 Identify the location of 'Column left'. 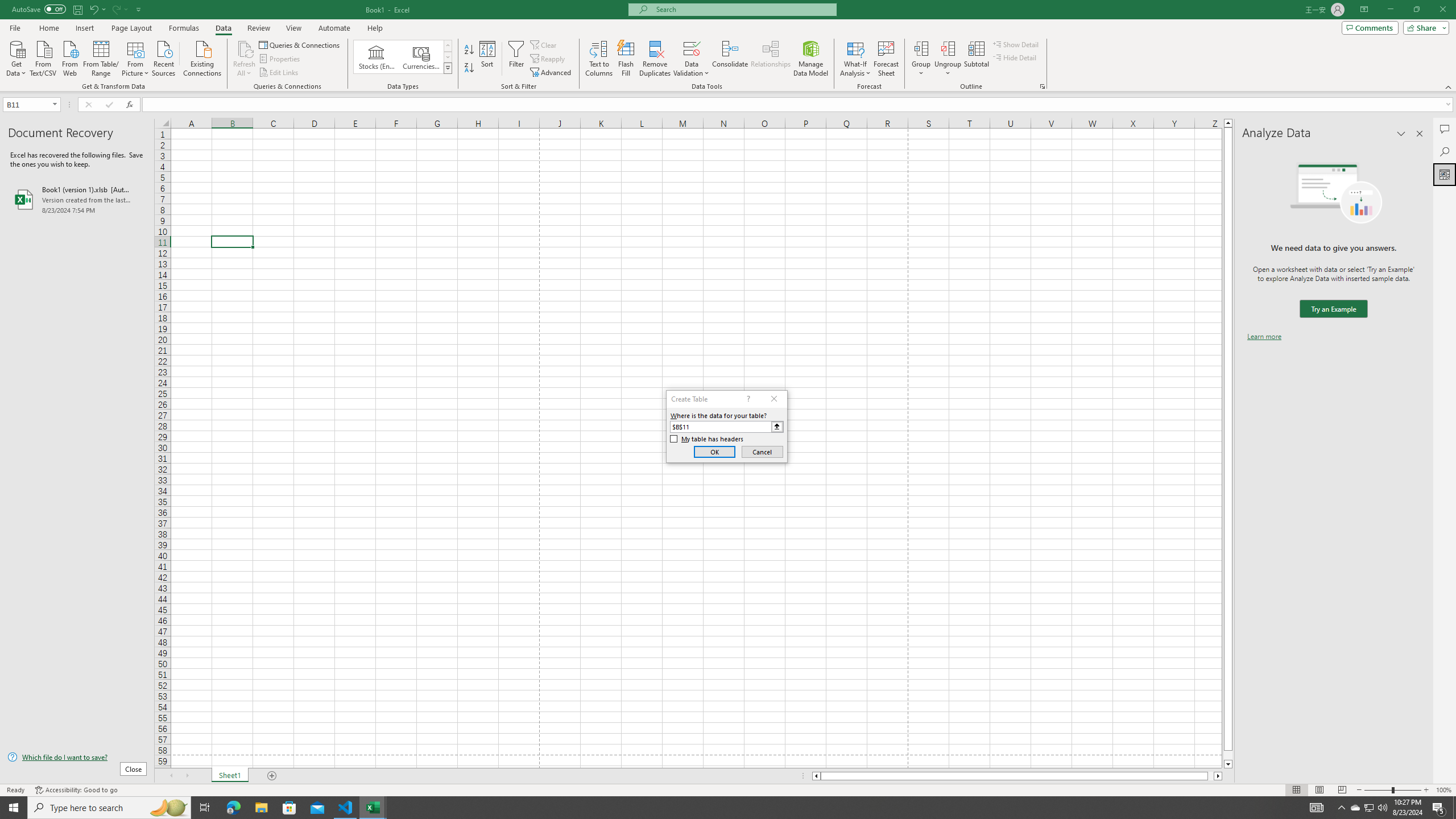
(816, 775).